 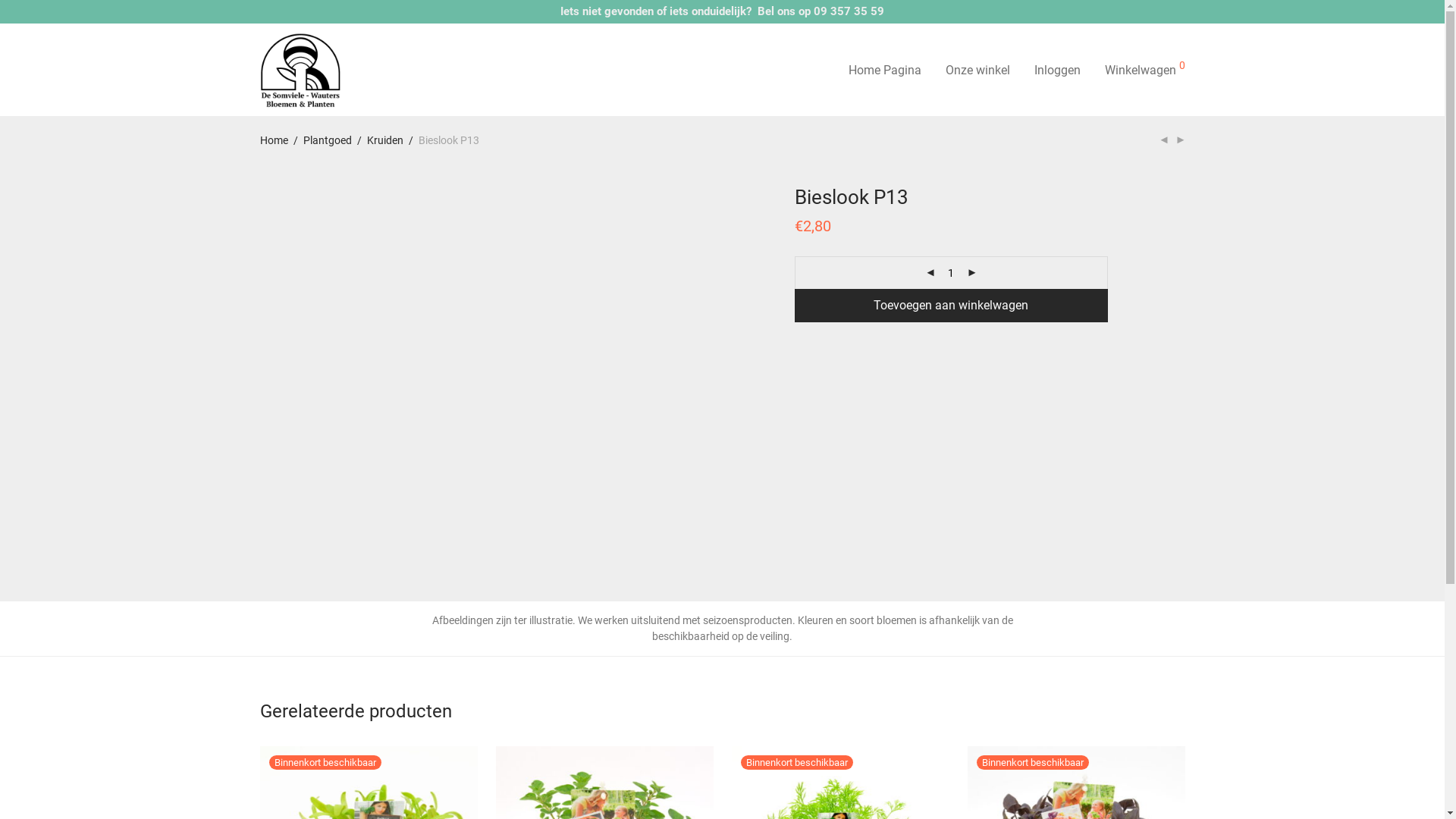 I want to click on 'Winkelwagen 0', so click(x=1144, y=70).